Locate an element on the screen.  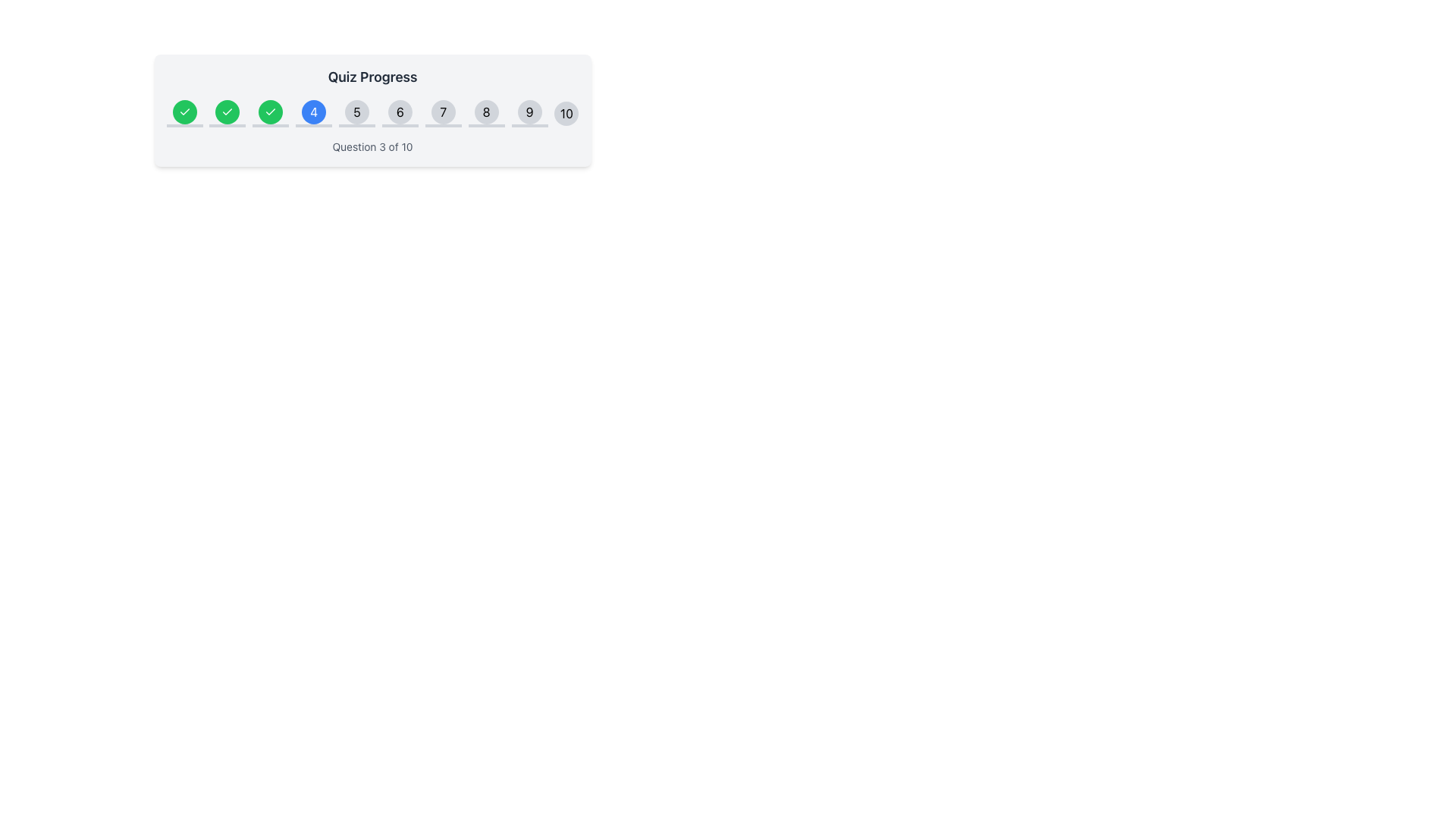
the status of the quiz completion icon located in the third step of the 'Quiz Progress' bar, which indicates the progress of the associated task is located at coordinates (227, 111).